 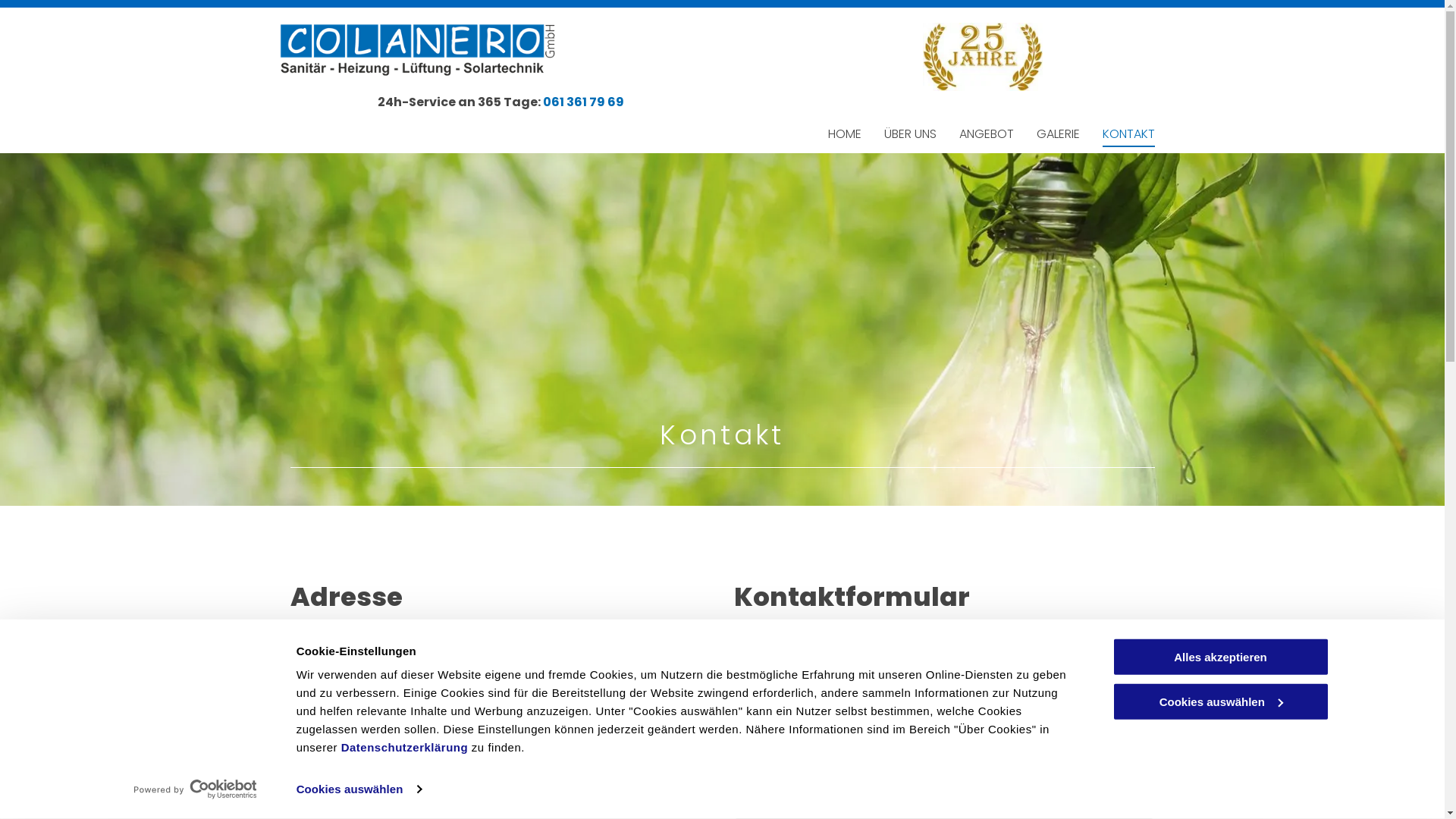 What do you see at coordinates (1219, 656) in the screenshot?
I see `'Alles akzeptieren'` at bounding box center [1219, 656].